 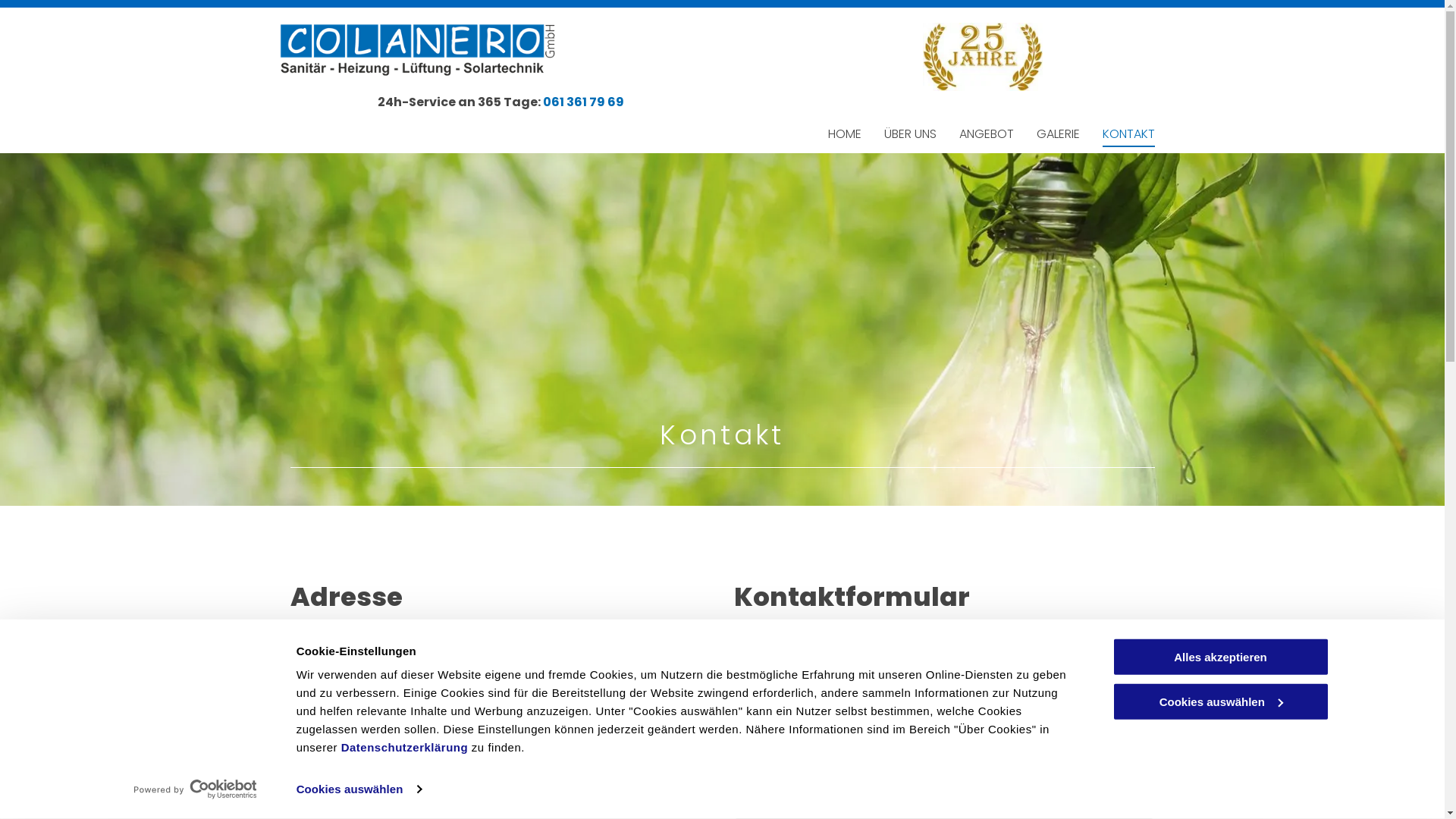 What do you see at coordinates (1219, 656) in the screenshot?
I see `'Alles akzeptieren'` at bounding box center [1219, 656].